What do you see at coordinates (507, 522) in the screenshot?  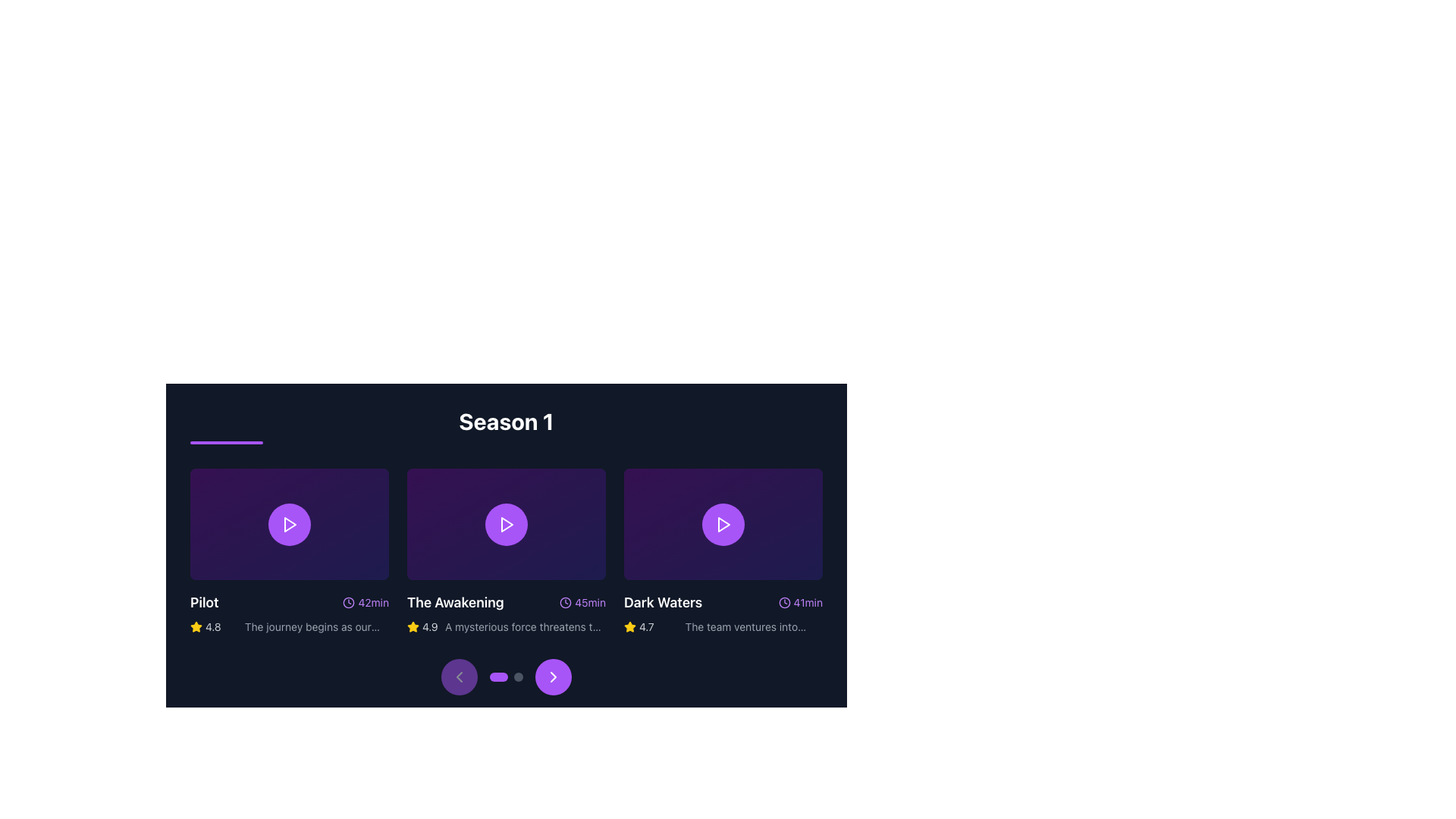 I see `the play icon located centrally within the second card from the left under the heading 'Season 1'` at bounding box center [507, 522].